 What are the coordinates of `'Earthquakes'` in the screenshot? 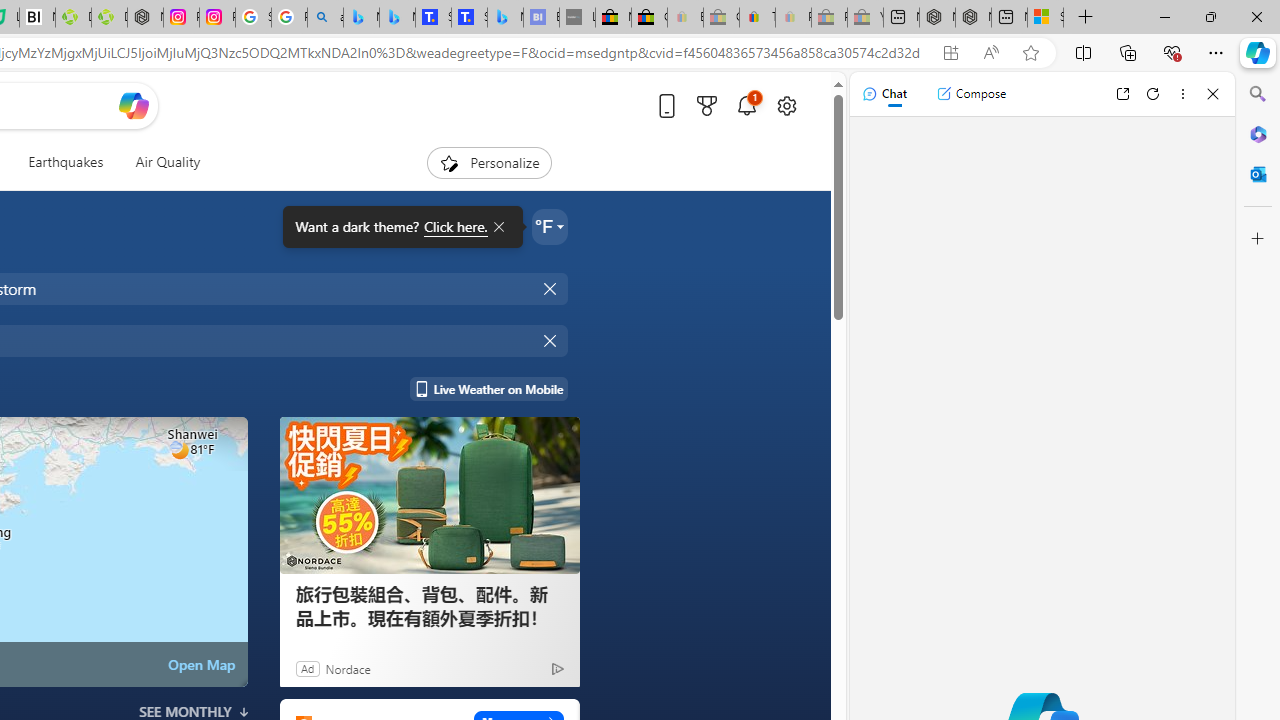 It's located at (65, 162).